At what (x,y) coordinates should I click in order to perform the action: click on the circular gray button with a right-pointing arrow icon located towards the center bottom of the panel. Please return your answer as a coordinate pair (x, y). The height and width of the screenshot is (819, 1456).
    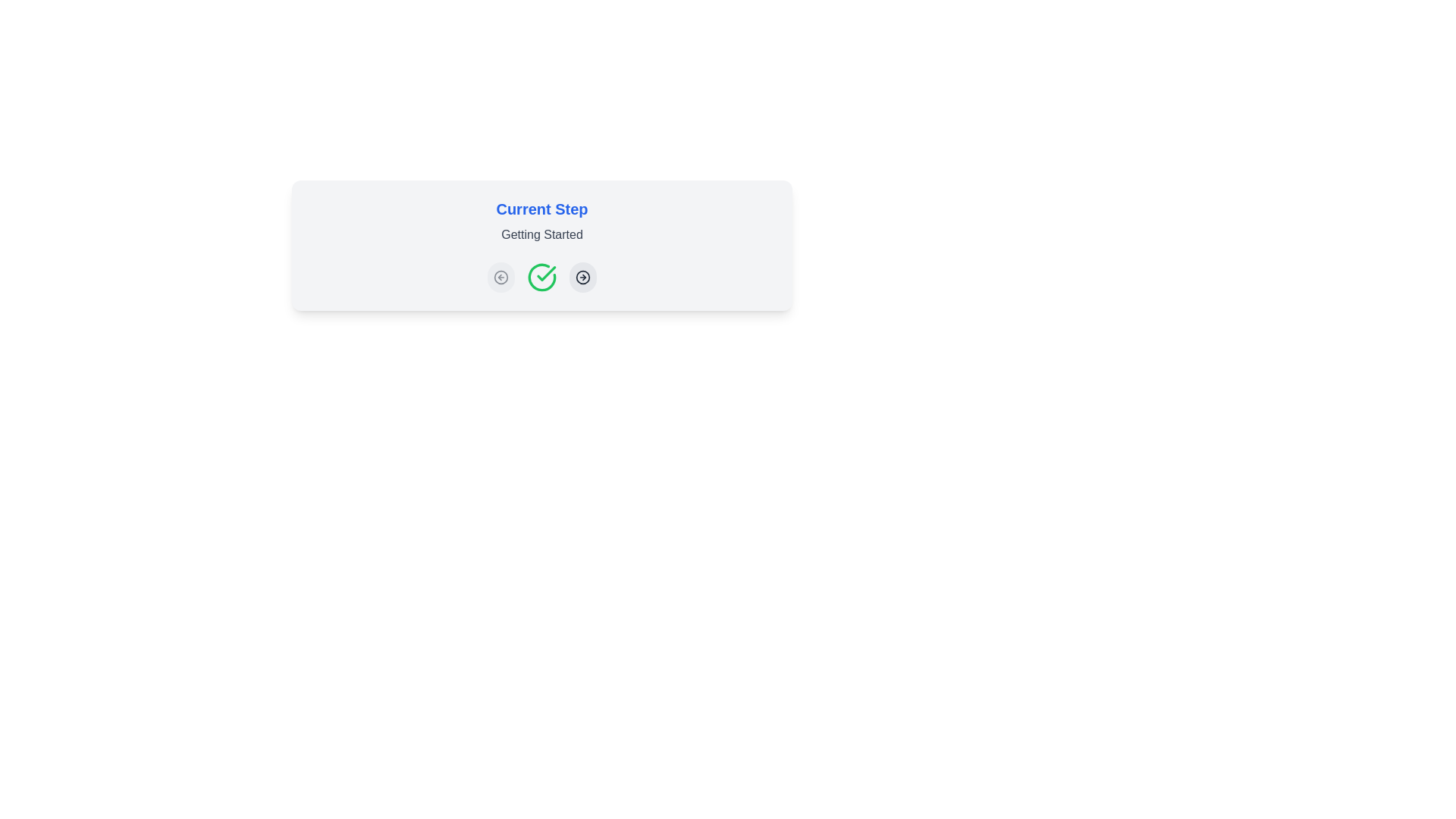
    Looking at the image, I should click on (582, 278).